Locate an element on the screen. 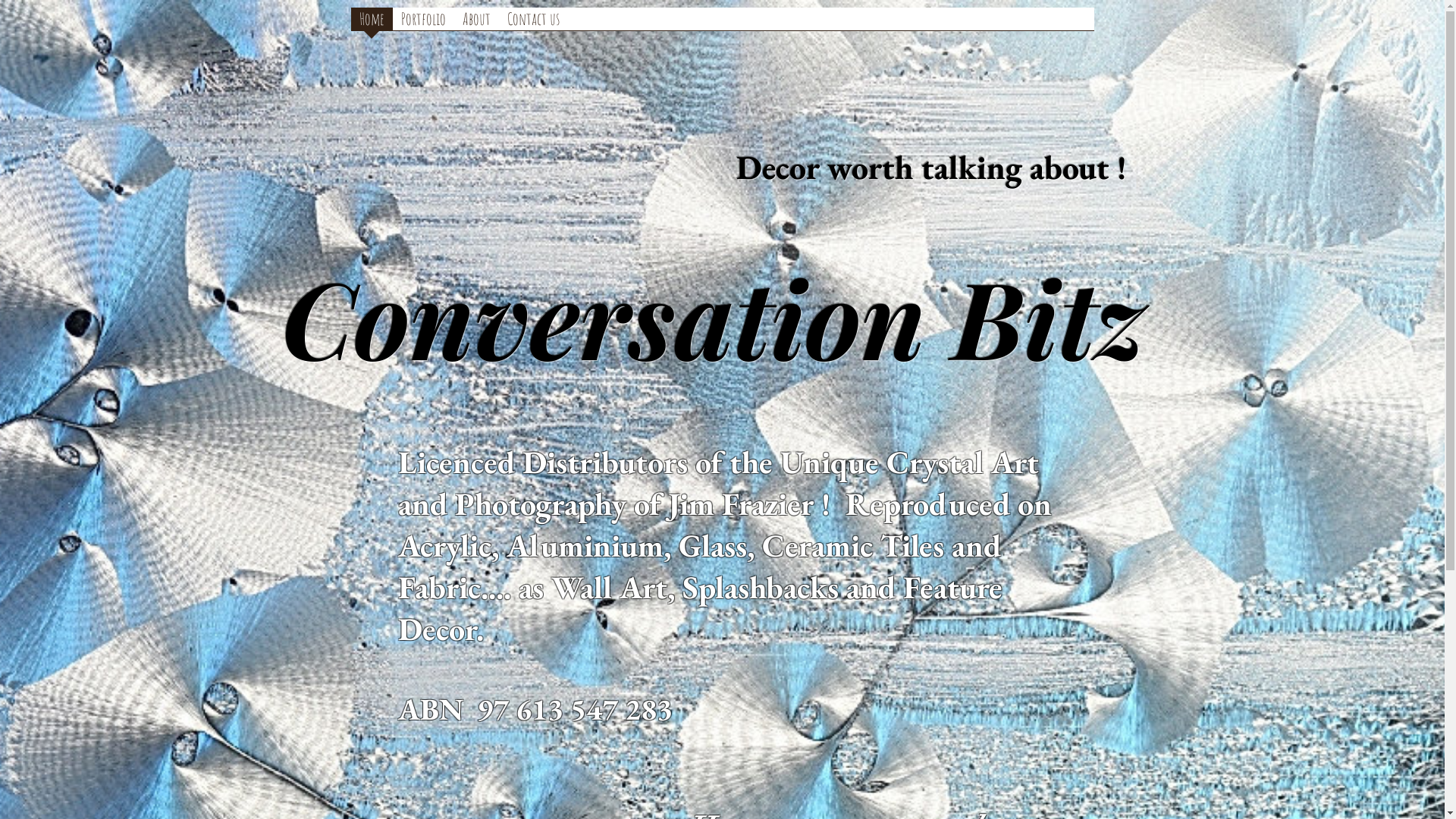 Image resolution: width=1456 pixels, height=819 pixels. 'Portfolio' is located at coordinates (423, 24).